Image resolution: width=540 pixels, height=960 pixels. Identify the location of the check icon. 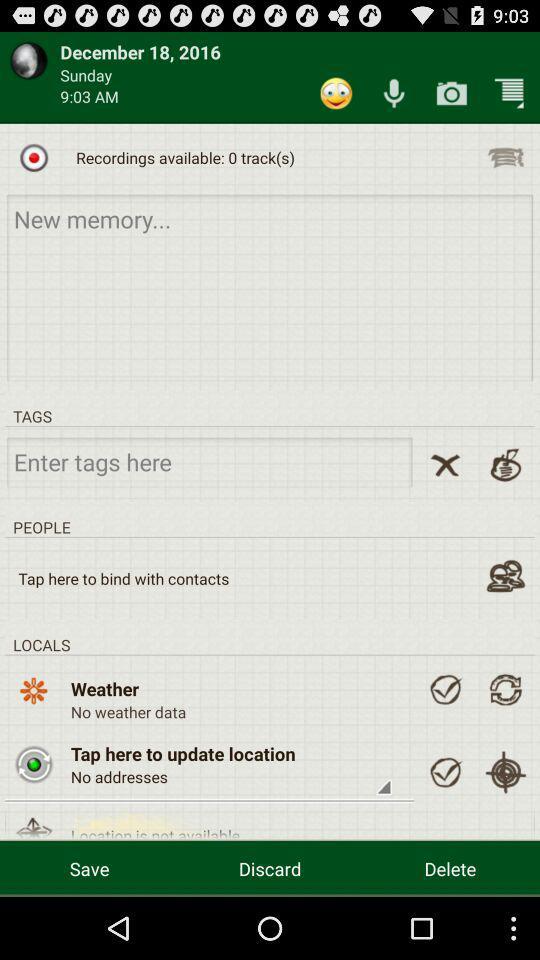
(445, 826).